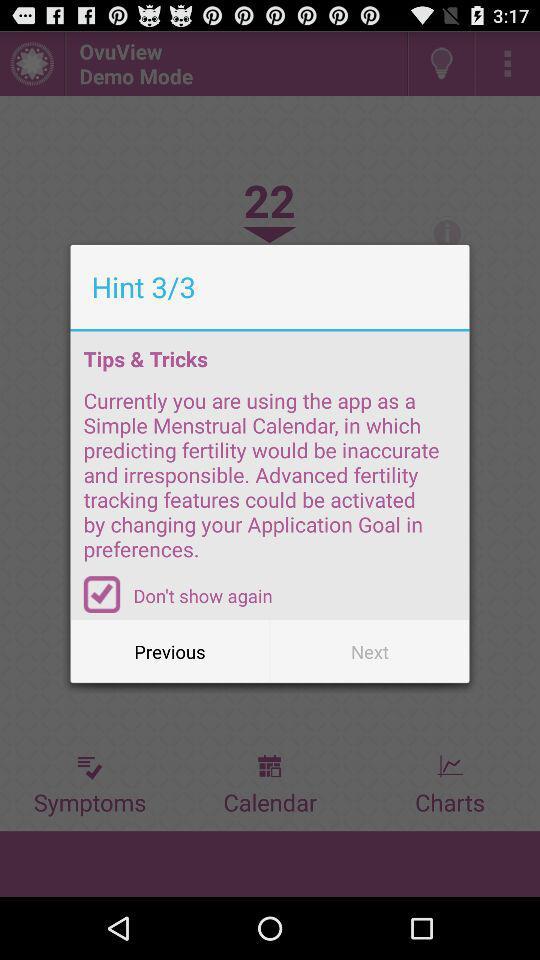  I want to click on the currently you are, so click(270, 480).